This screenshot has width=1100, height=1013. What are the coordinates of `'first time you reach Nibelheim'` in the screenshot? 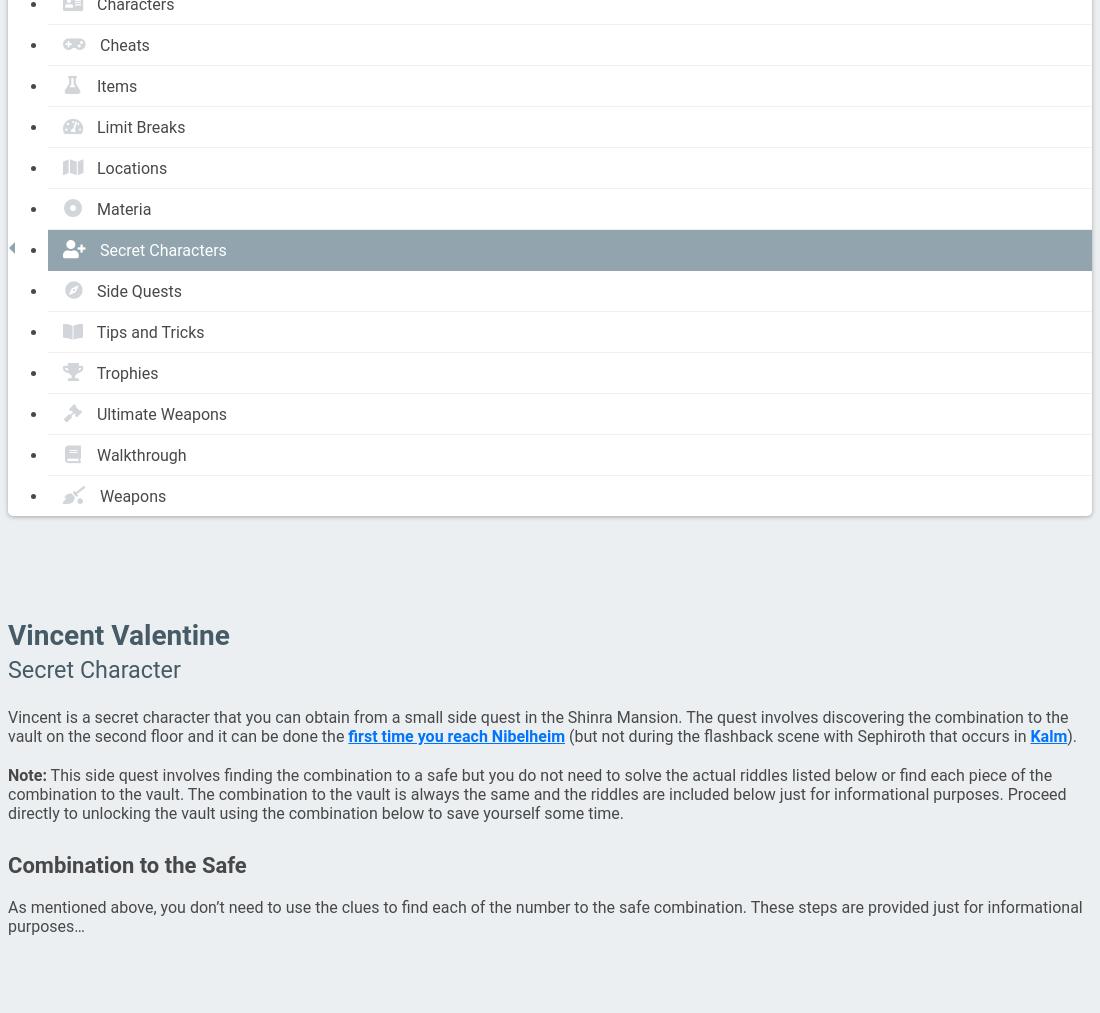 It's located at (454, 736).